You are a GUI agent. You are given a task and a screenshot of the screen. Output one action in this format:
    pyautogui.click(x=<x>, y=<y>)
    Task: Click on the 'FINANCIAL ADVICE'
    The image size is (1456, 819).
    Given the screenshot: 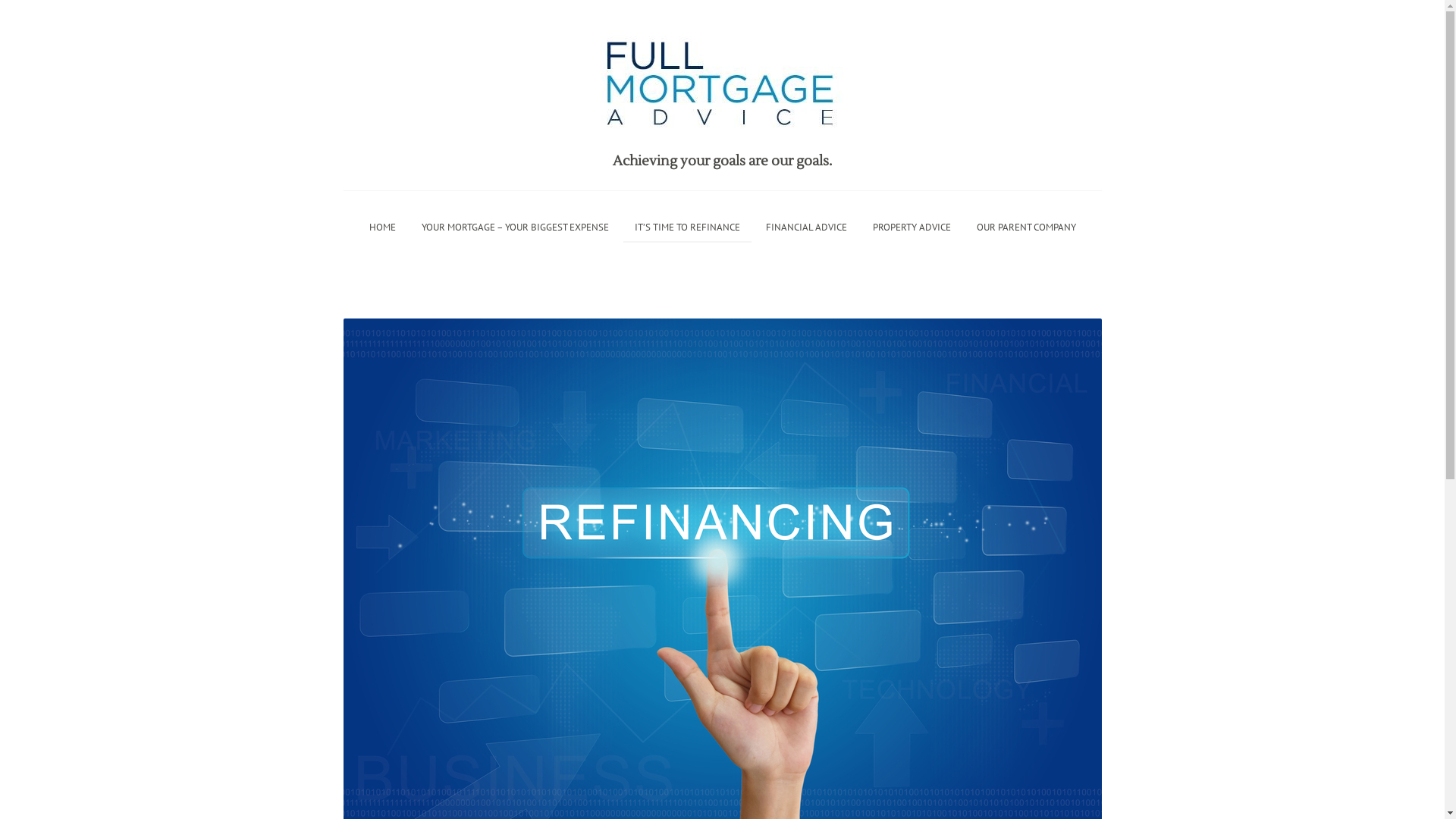 What is the action you would take?
    pyautogui.click(x=805, y=226)
    